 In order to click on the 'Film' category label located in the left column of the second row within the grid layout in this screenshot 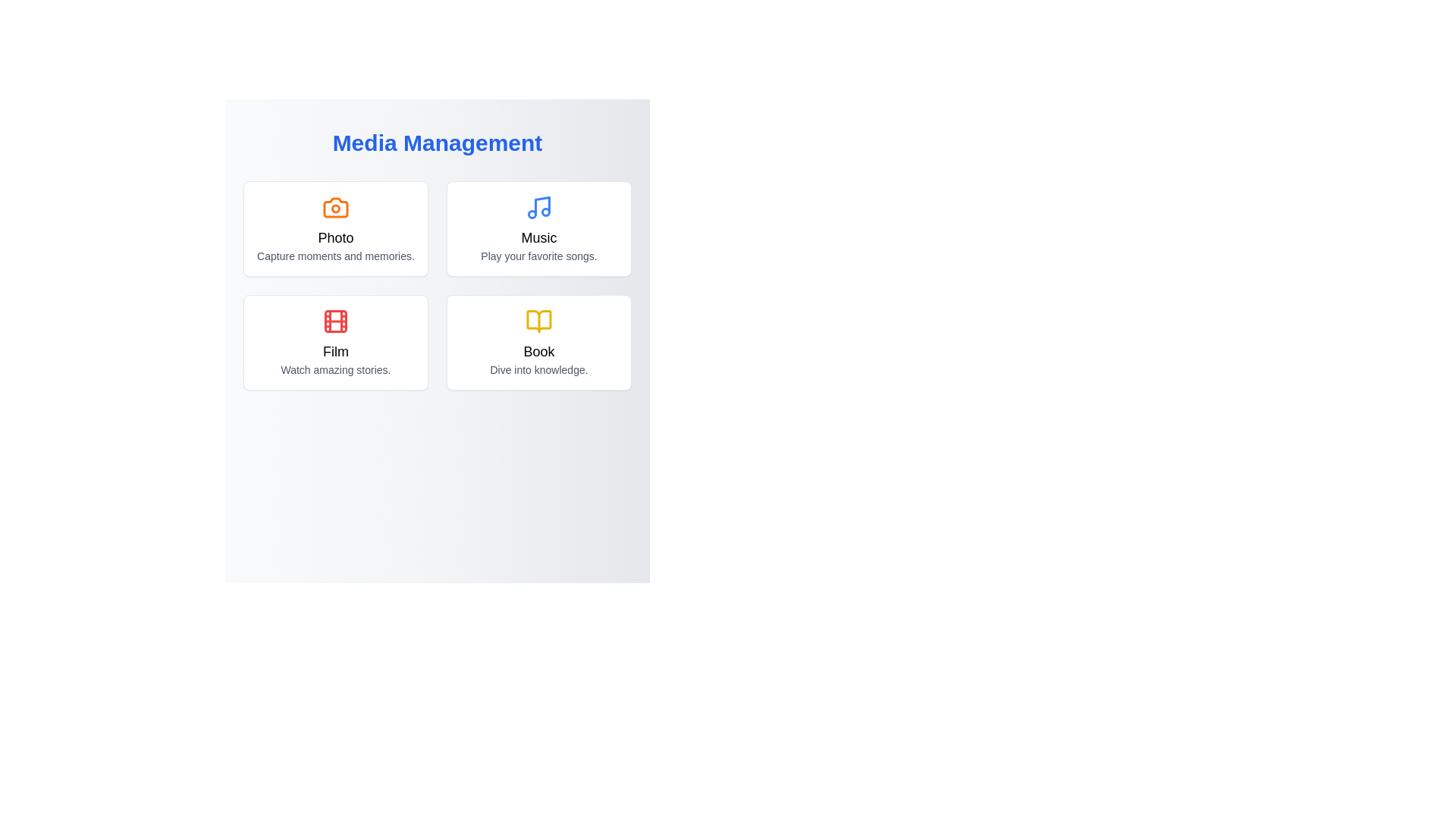, I will do `click(334, 351)`.